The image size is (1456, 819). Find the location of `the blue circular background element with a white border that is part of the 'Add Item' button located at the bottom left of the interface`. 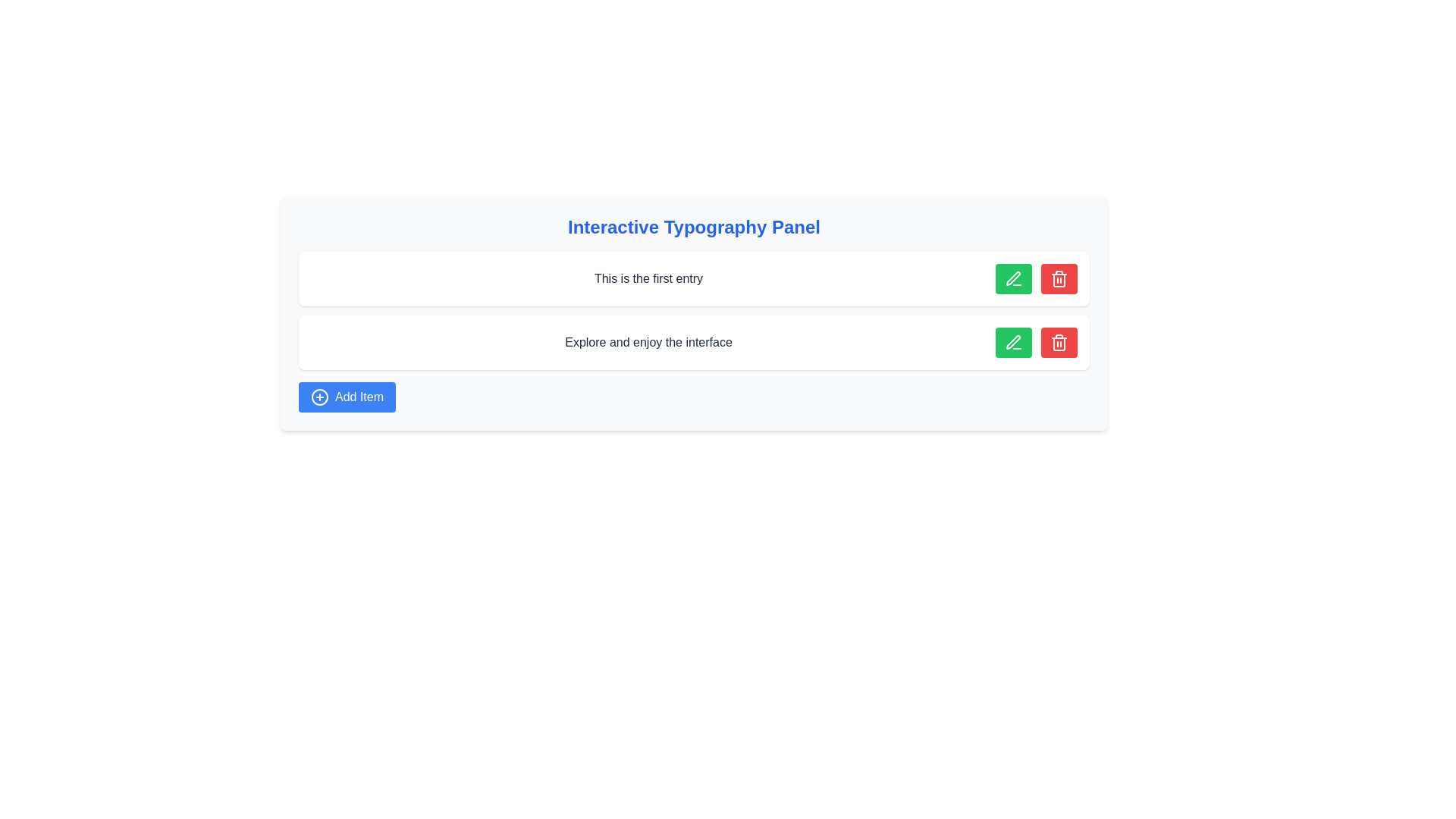

the blue circular background element with a white border that is part of the 'Add Item' button located at the bottom left of the interface is located at coordinates (319, 397).